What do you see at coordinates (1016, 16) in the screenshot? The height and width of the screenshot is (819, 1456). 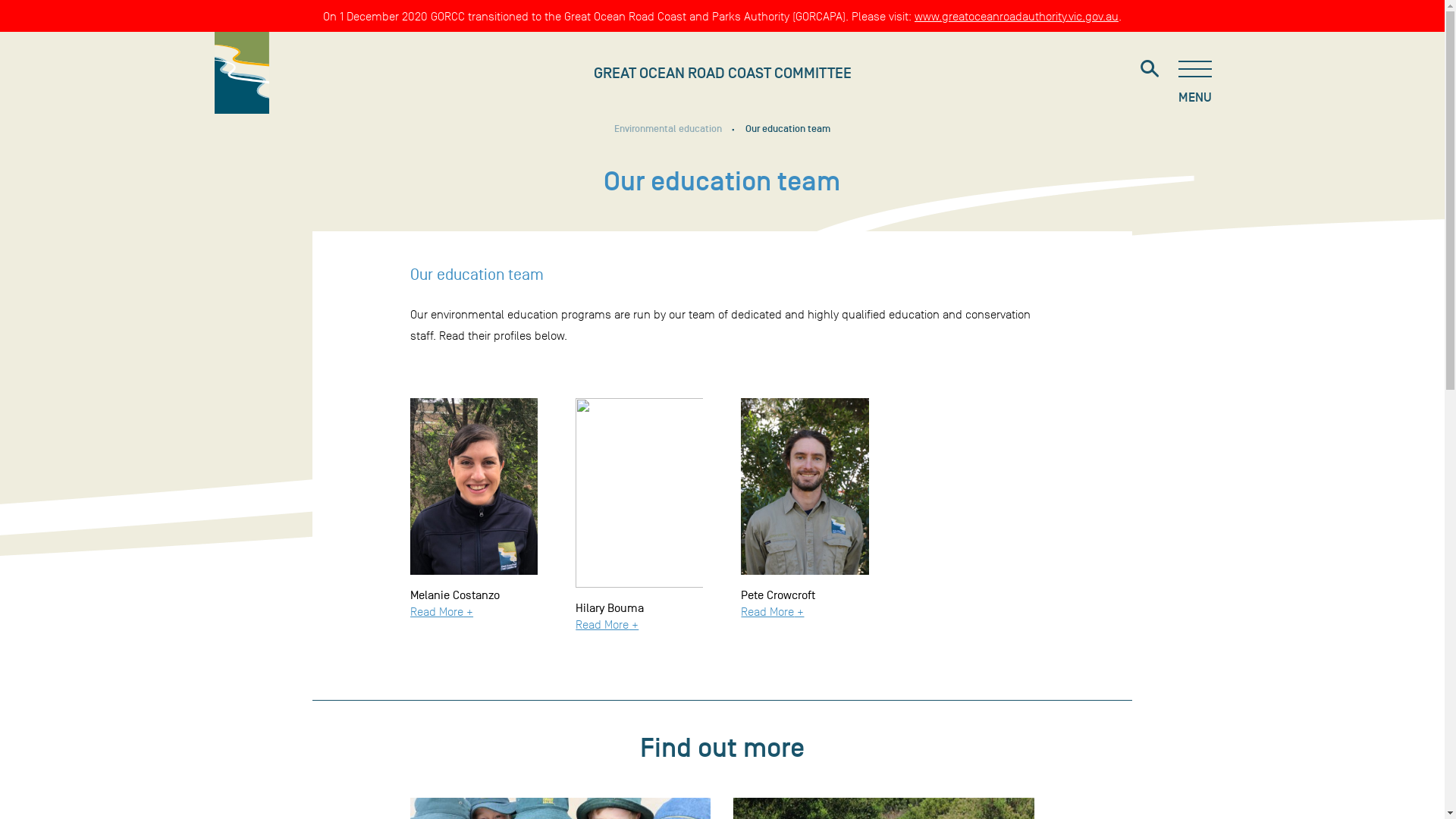 I see `'www.greatoceanroadauthority.vic.gov.au'` at bounding box center [1016, 16].